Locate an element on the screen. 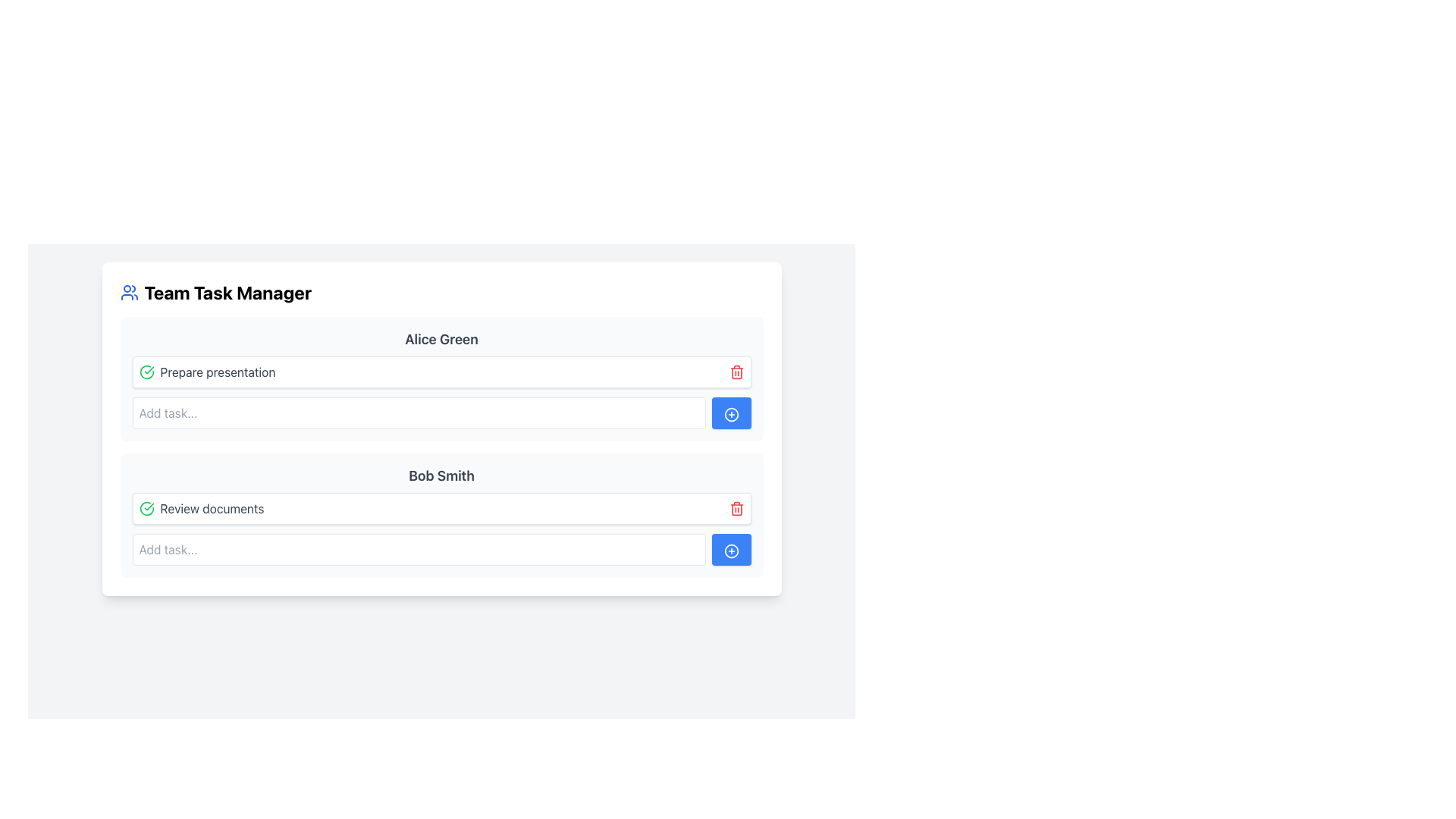 This screenshot has width=1456, height=819. the green circled checkmark icon to view the status of the task labeled 'Prepare presentation' is located at coordinates (146, 372).